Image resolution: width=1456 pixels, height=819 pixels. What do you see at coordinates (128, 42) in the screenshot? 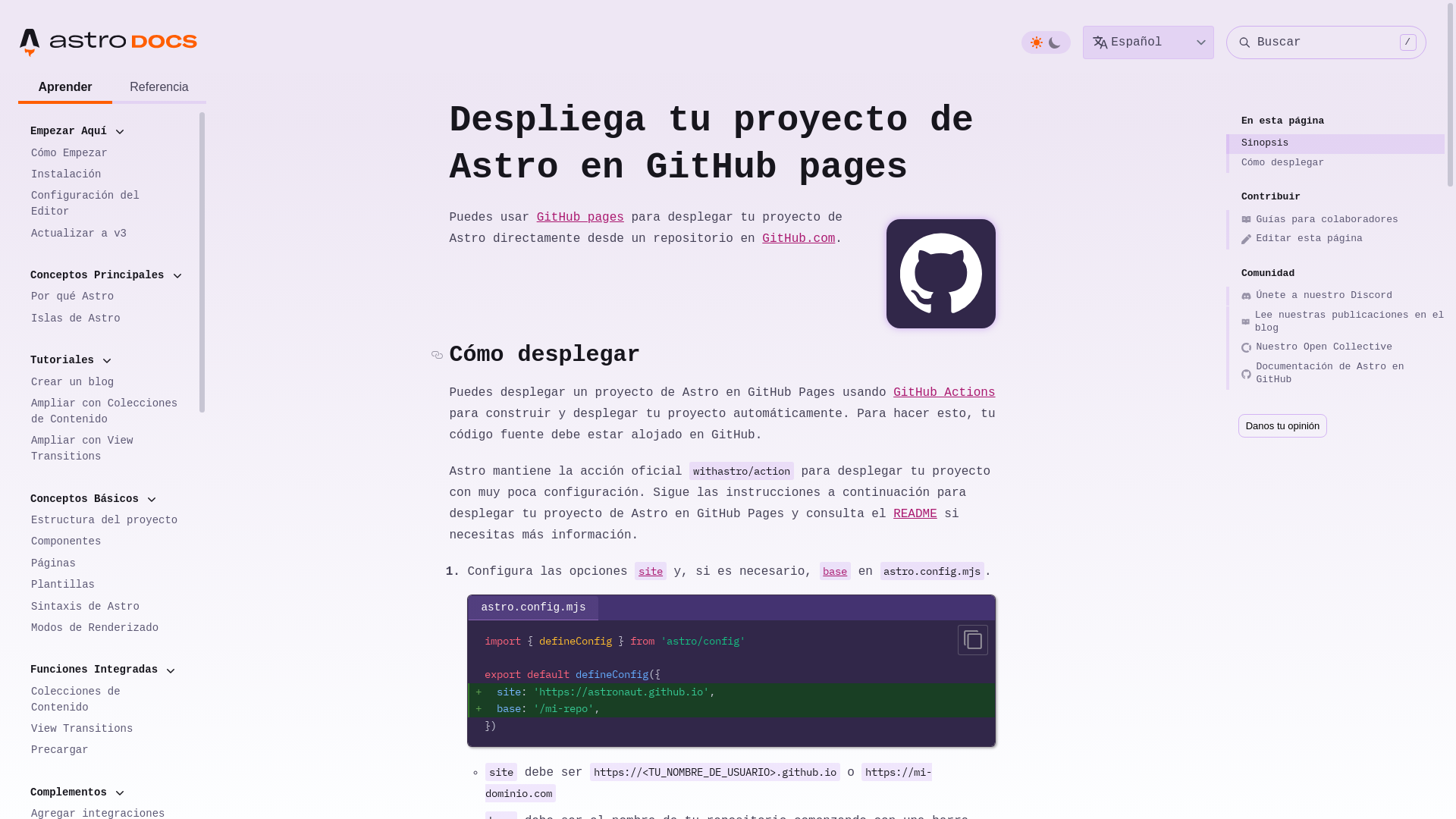
I see `'Docs'` at bounding box center [128, 42].